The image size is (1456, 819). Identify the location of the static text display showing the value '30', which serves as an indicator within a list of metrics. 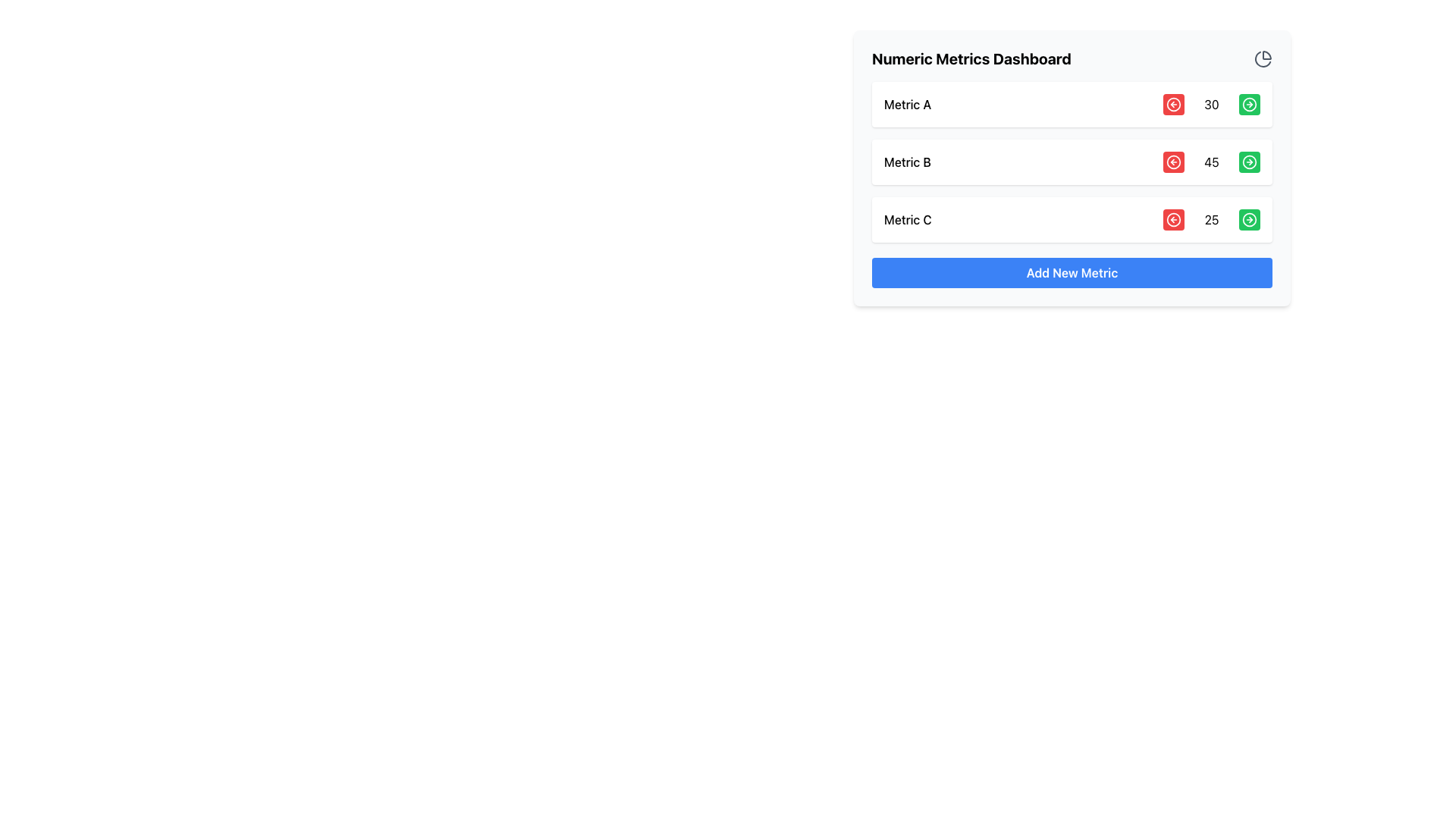
(1211, 104).